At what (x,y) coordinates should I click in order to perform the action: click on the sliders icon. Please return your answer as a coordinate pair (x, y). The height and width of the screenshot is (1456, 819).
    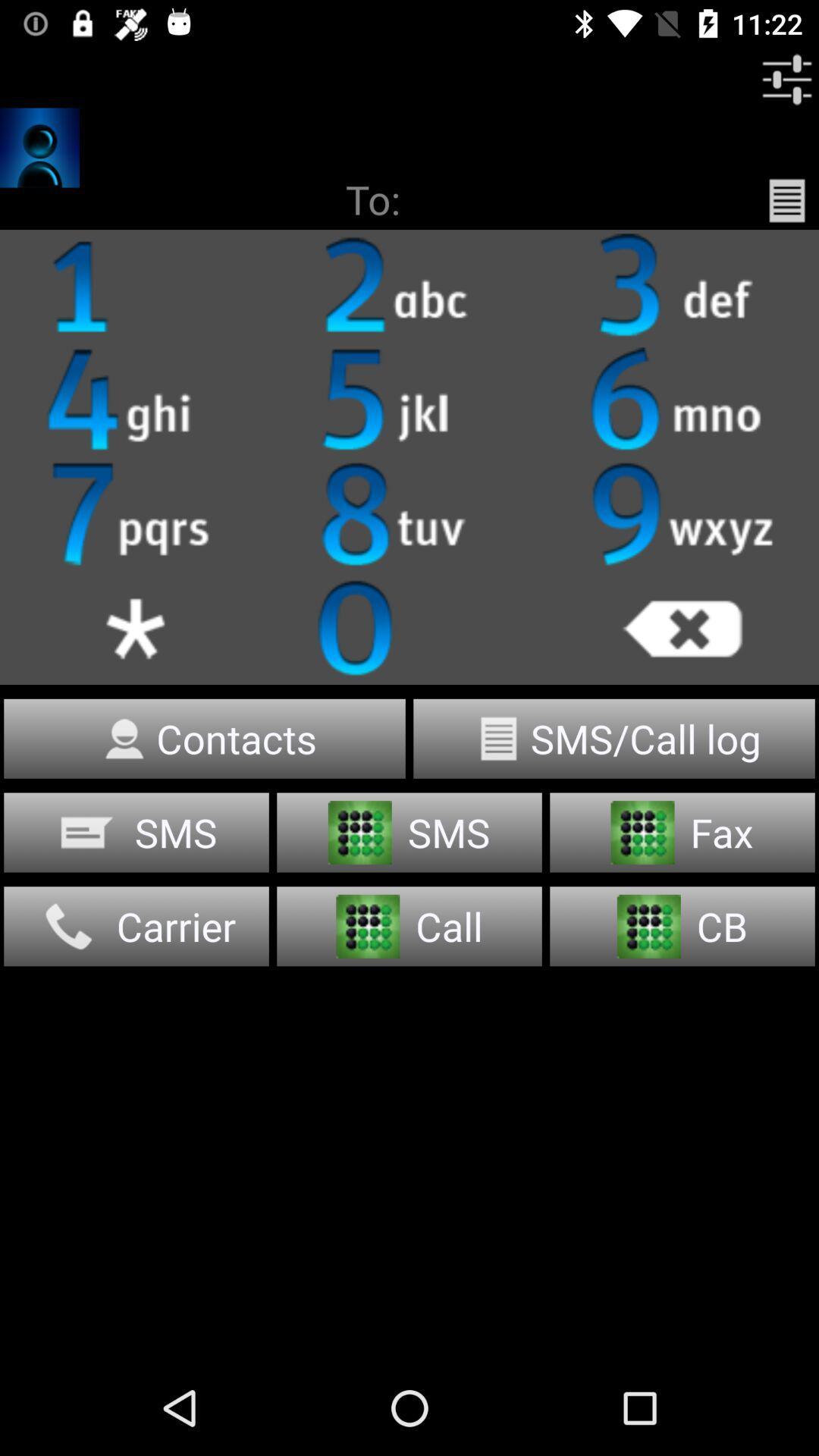
    Looking at the image, I should click on (409, 400).